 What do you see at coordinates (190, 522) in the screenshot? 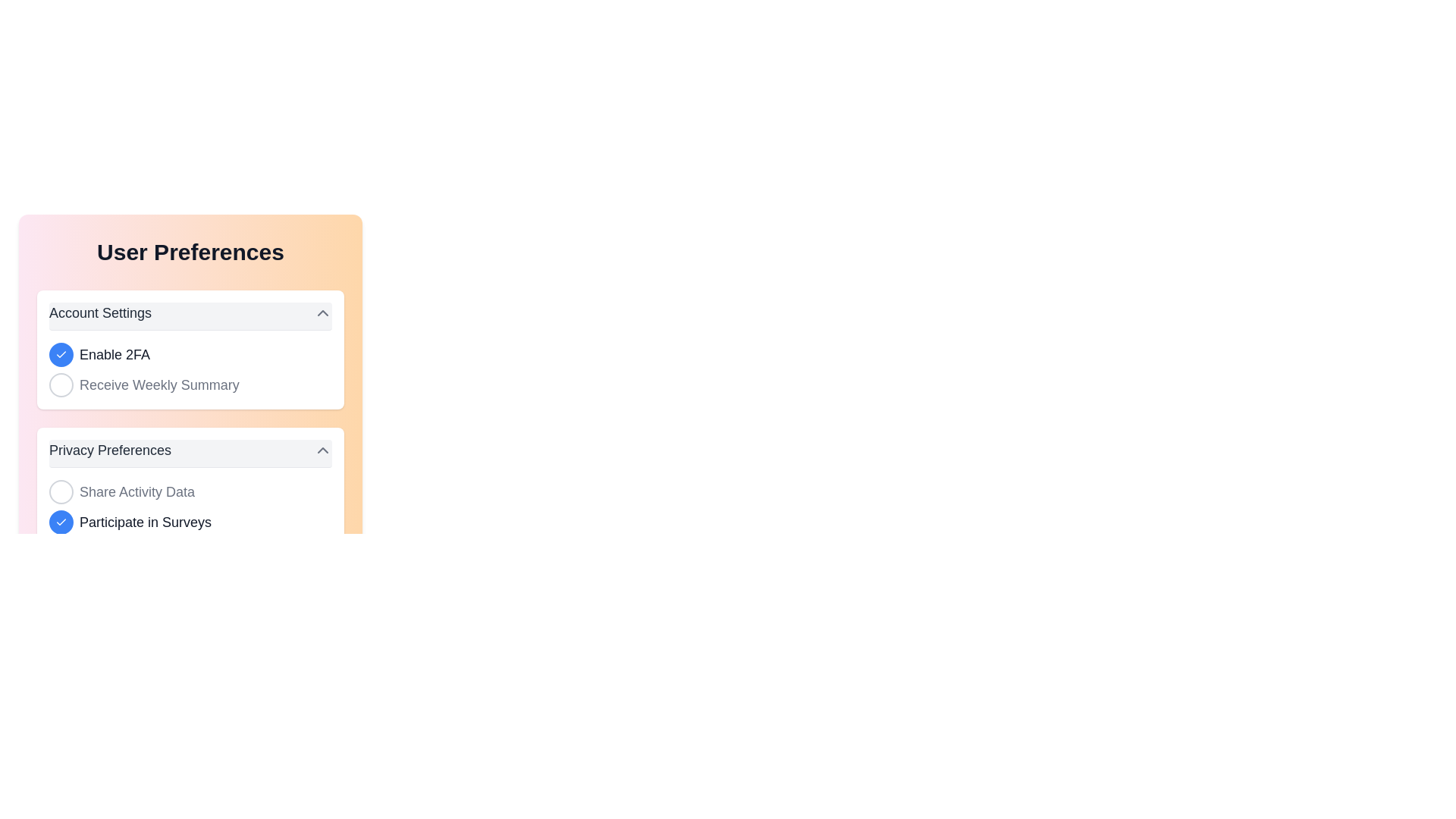
I see `the label of the interactive checkbox for 'Participate in Surveys' located in the 'Privacy Preferences' section` at bounding box center [190, 522].